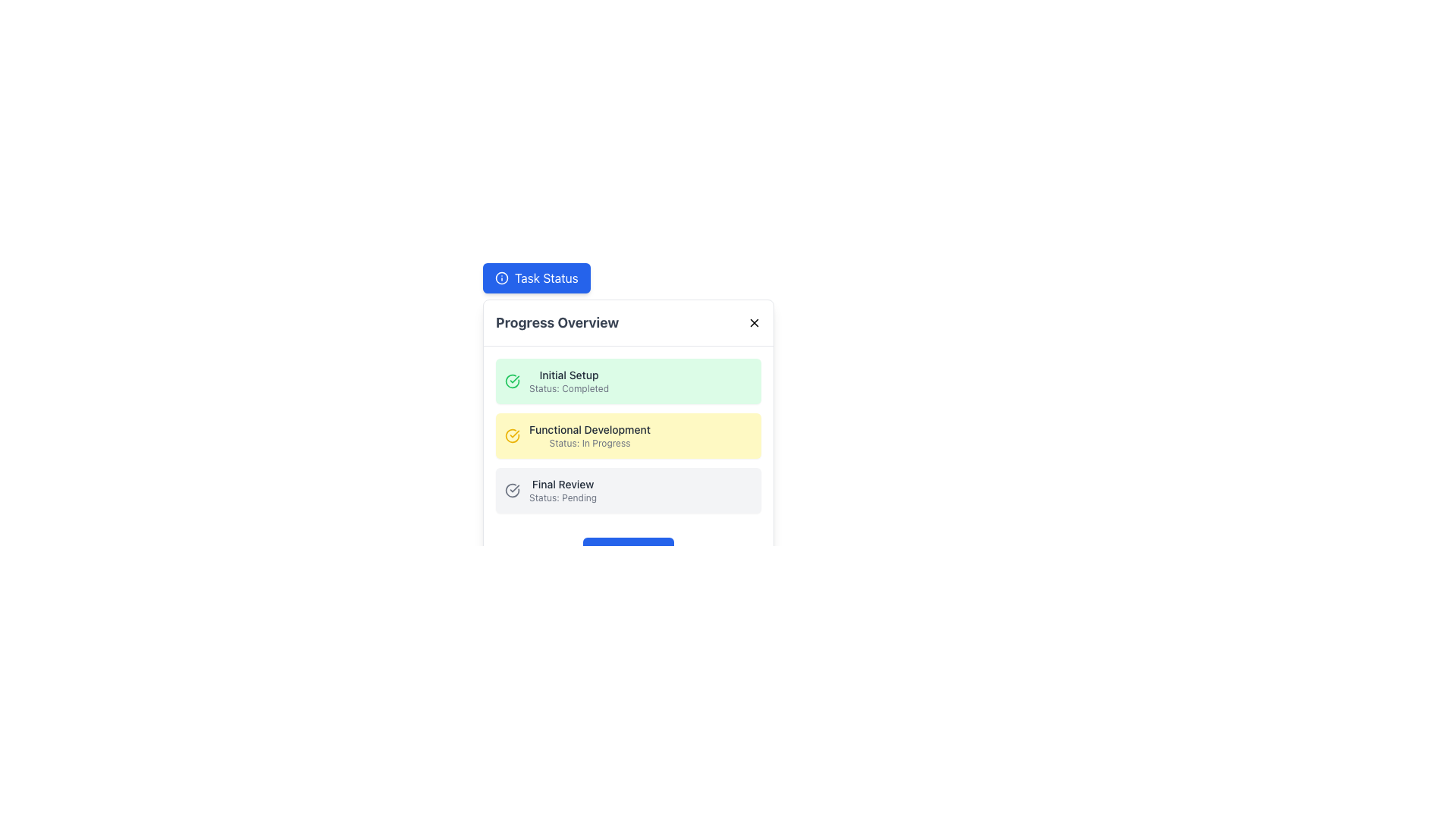 The image size is (1456, 819). Describe the element at coordinates (588, 435) in the screenshot. I see `the 'Functional Development' text element with status 'In Progress' to focus on it` at that location.